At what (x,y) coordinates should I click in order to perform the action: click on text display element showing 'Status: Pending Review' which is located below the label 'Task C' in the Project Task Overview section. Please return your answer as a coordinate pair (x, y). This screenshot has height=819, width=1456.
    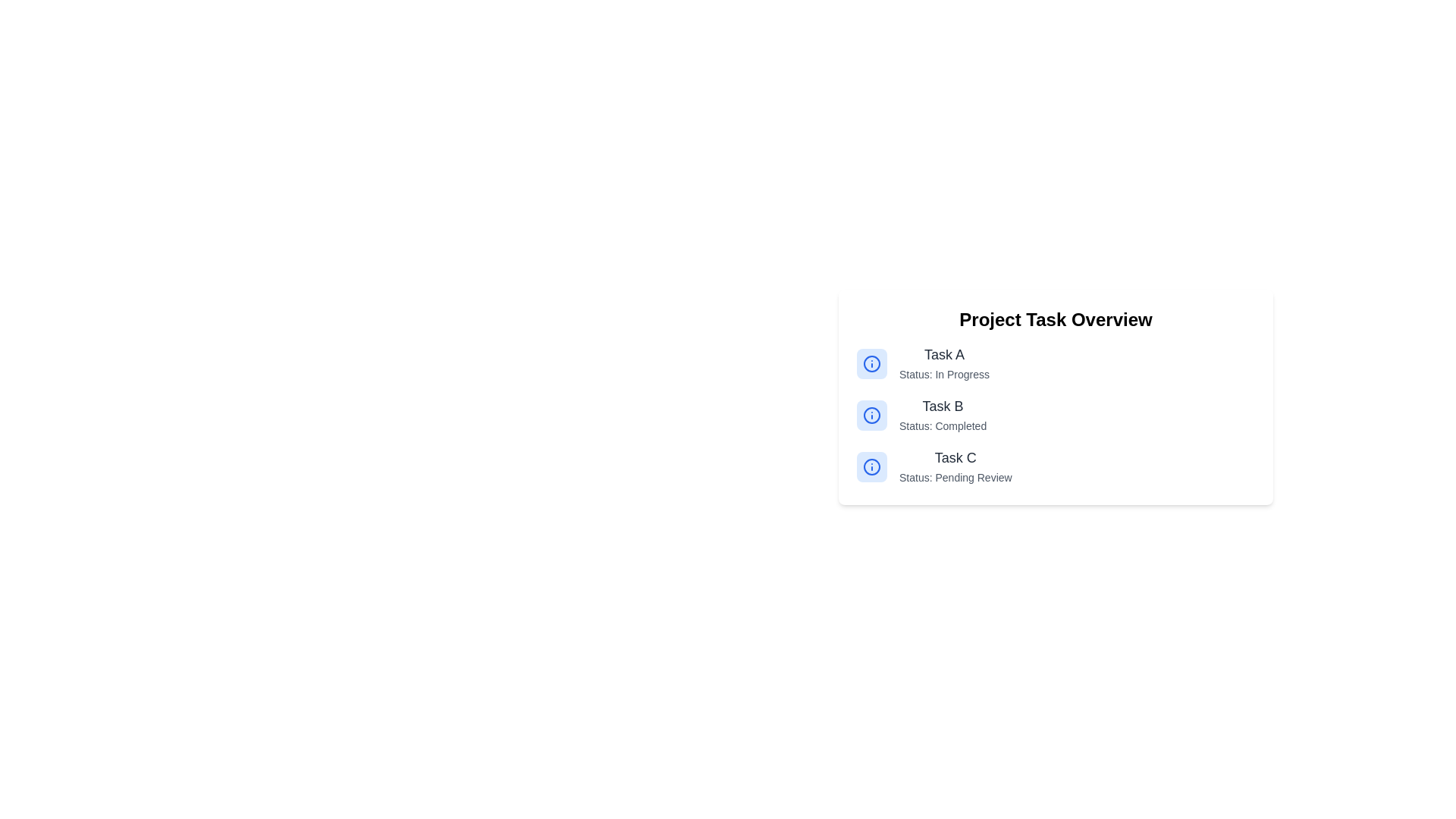
    Looking at the image, I should click on (955, 476).